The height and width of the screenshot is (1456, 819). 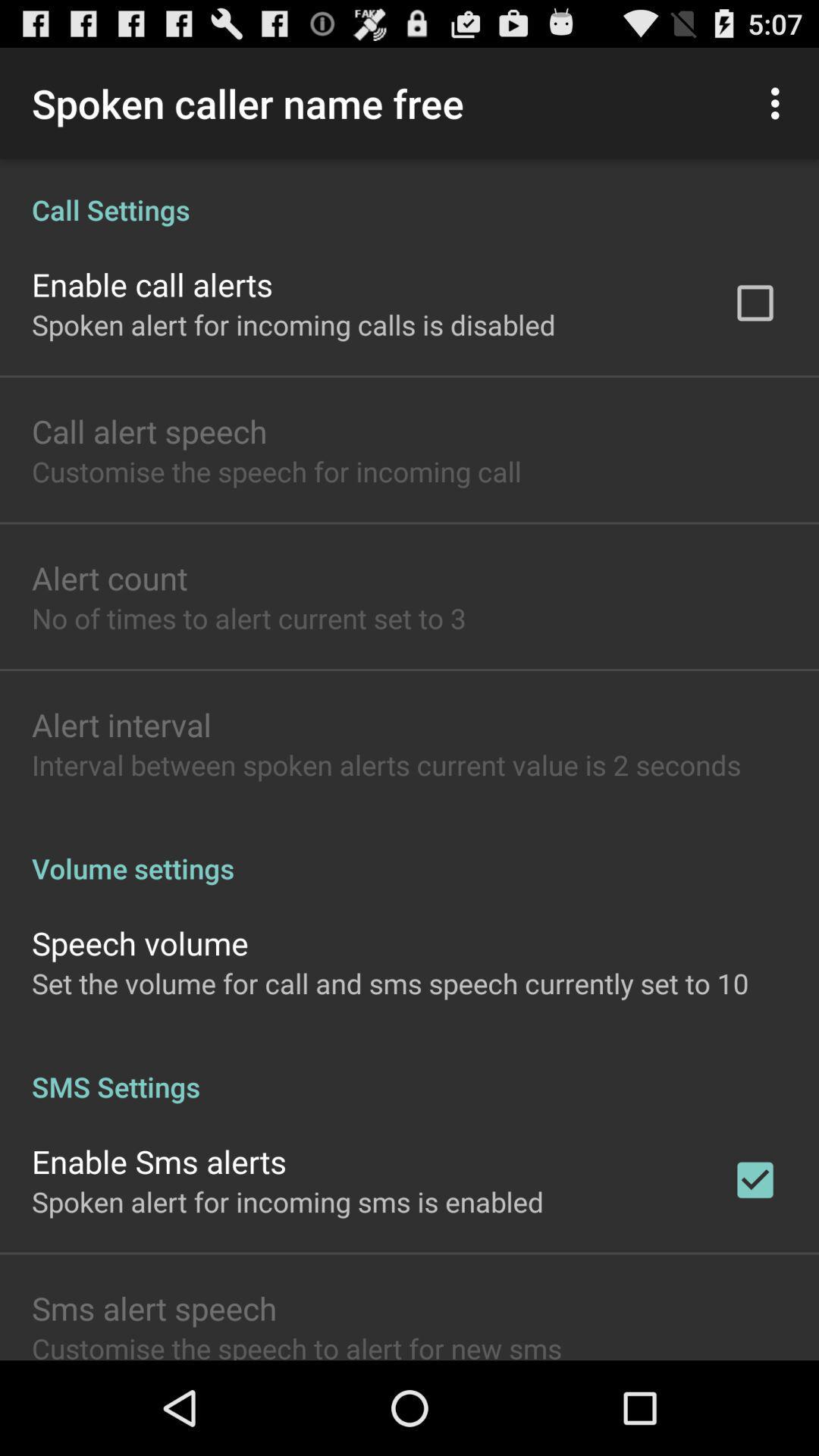 What do you see at coordinates (409, 193) in the screenshot?
I see `icon above the enable call alerts app` at bounding box center [409, 193].